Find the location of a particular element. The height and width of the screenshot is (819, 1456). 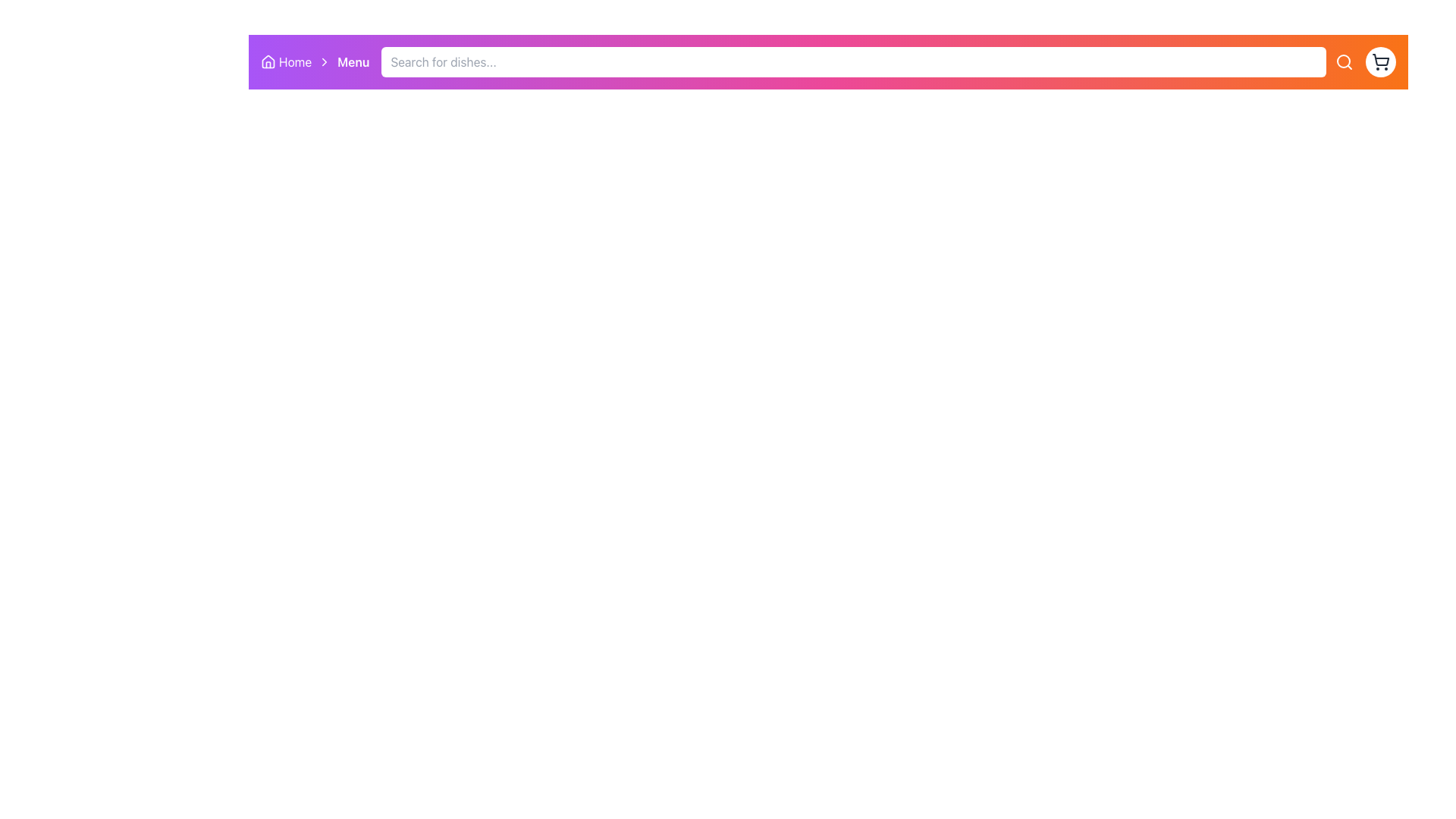

the 'Menu' text label, which is a bold, white sans-serif label located in the breadcrumb navigation bar, immediately after the 'Home' link and the chevron icon is located at coordinates (353, 61).